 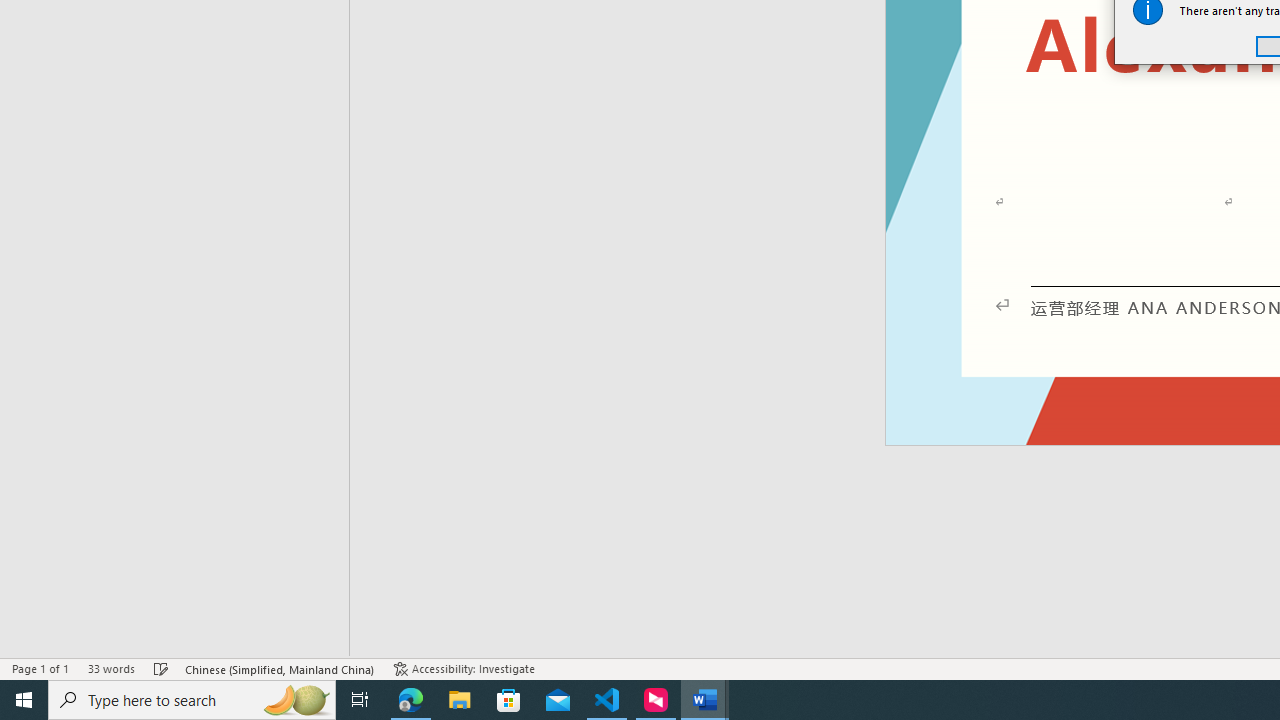 What do you see at coordinates (410, 698) in the screenshot?
I see `'Microsoft Edge - 1 running window'` at bounding box center [410, 698].